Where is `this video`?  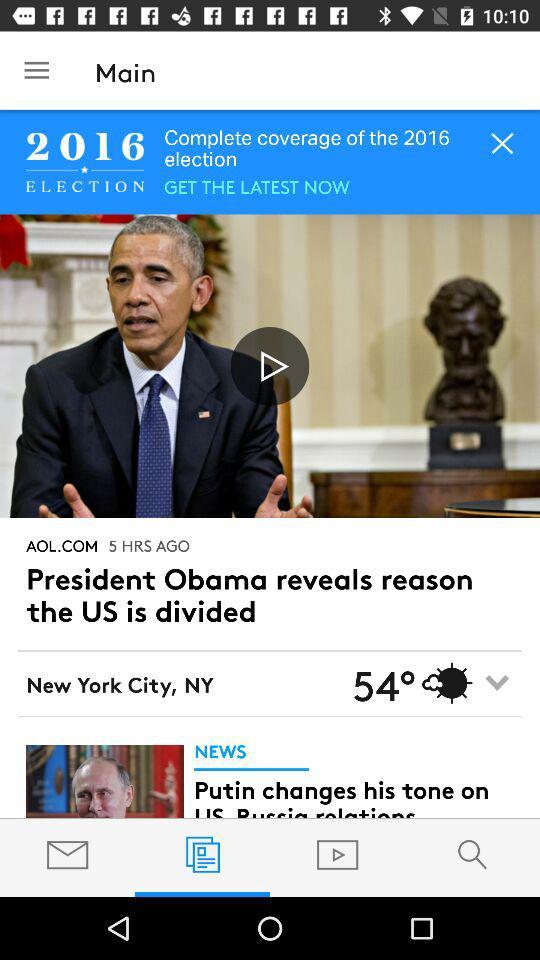
this video is located at coordinates (270, 365).